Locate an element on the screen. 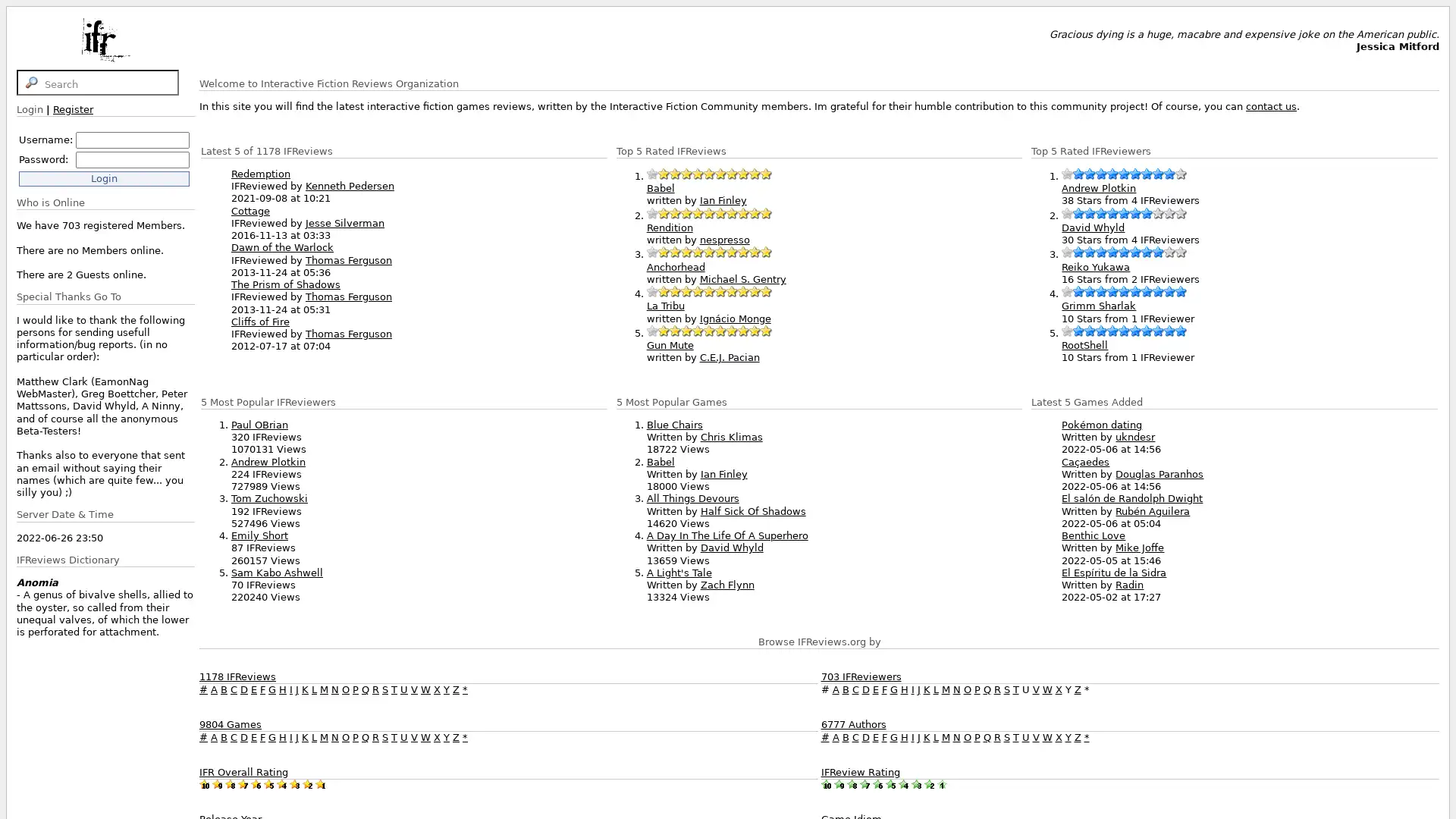  Login is located at coordinates (103, 177).